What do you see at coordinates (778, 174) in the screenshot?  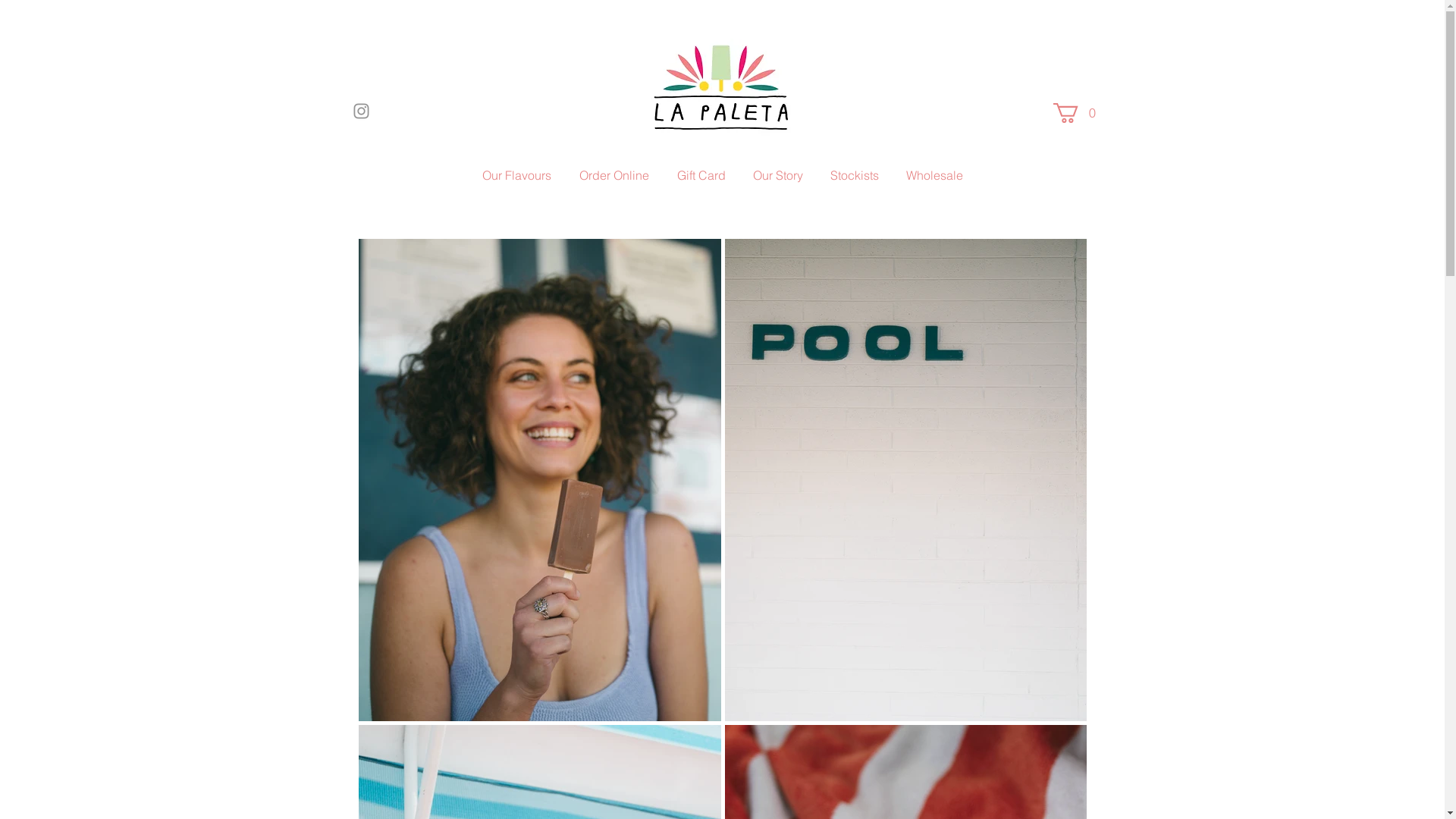 I see `'Our Story'` at bounding box center [778, 174].